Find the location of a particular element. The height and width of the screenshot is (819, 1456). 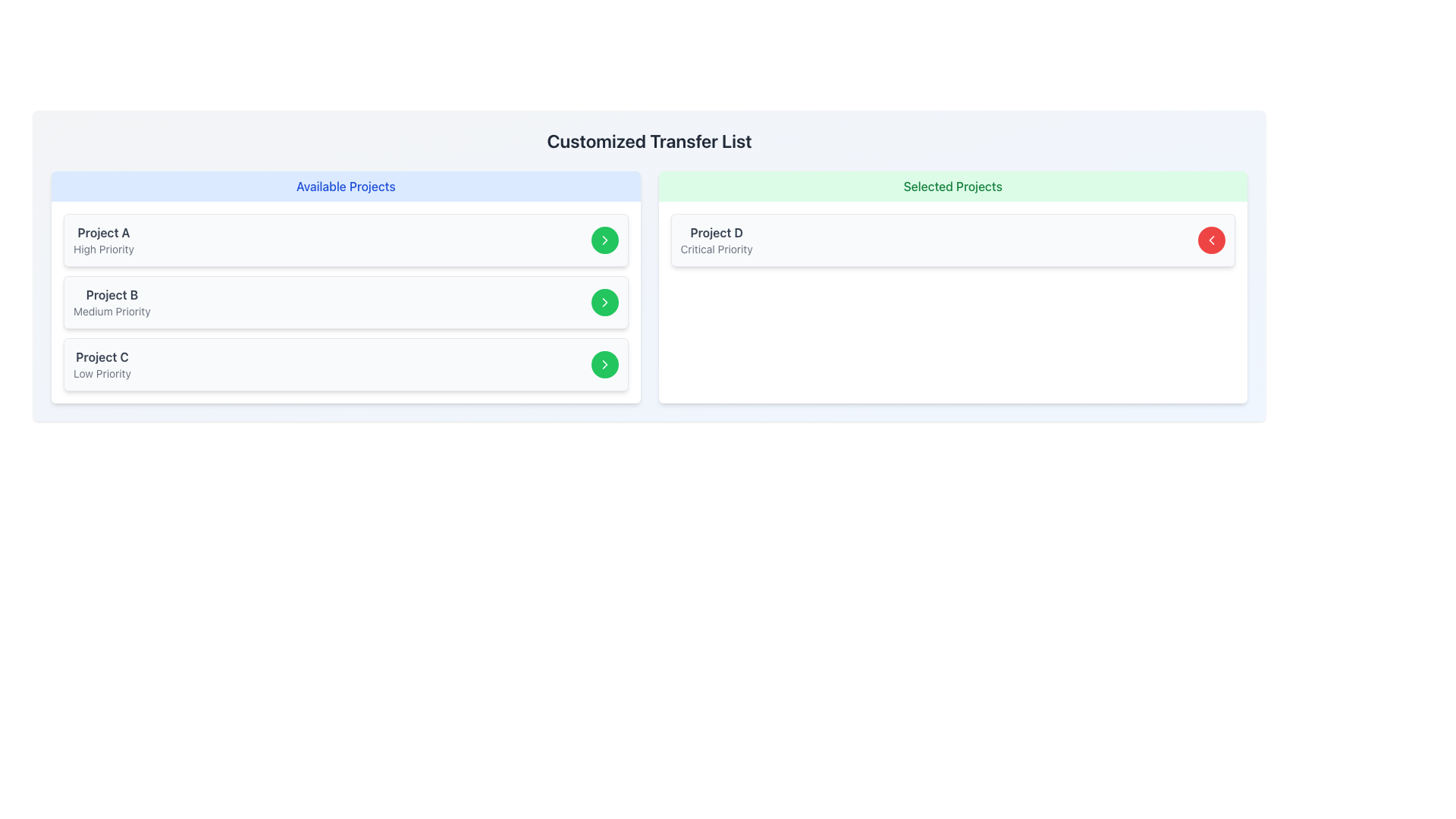

the informational Text Label displaying 'Project C' with 'Low Priority', located as the third card in the 'Available Projects' list is located at coordinates (101, 365).